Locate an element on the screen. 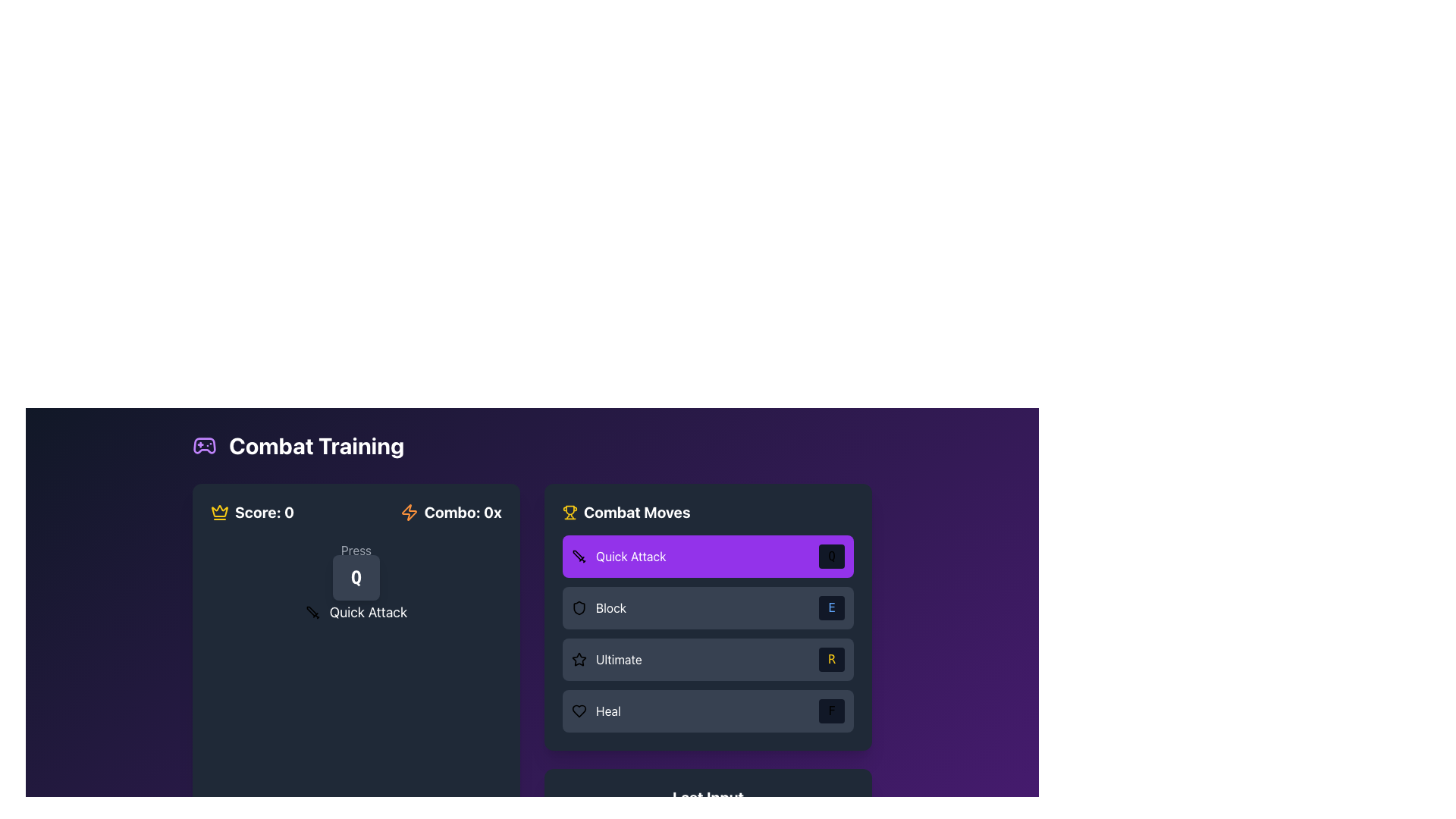 This screenshot has height=819, width=1456. the stylized game controller icon located in the header labeled 'Combat Training', which features a cross-shaped control pad and a circular button layout, rendered in purple is located at coordinates (203, 444).